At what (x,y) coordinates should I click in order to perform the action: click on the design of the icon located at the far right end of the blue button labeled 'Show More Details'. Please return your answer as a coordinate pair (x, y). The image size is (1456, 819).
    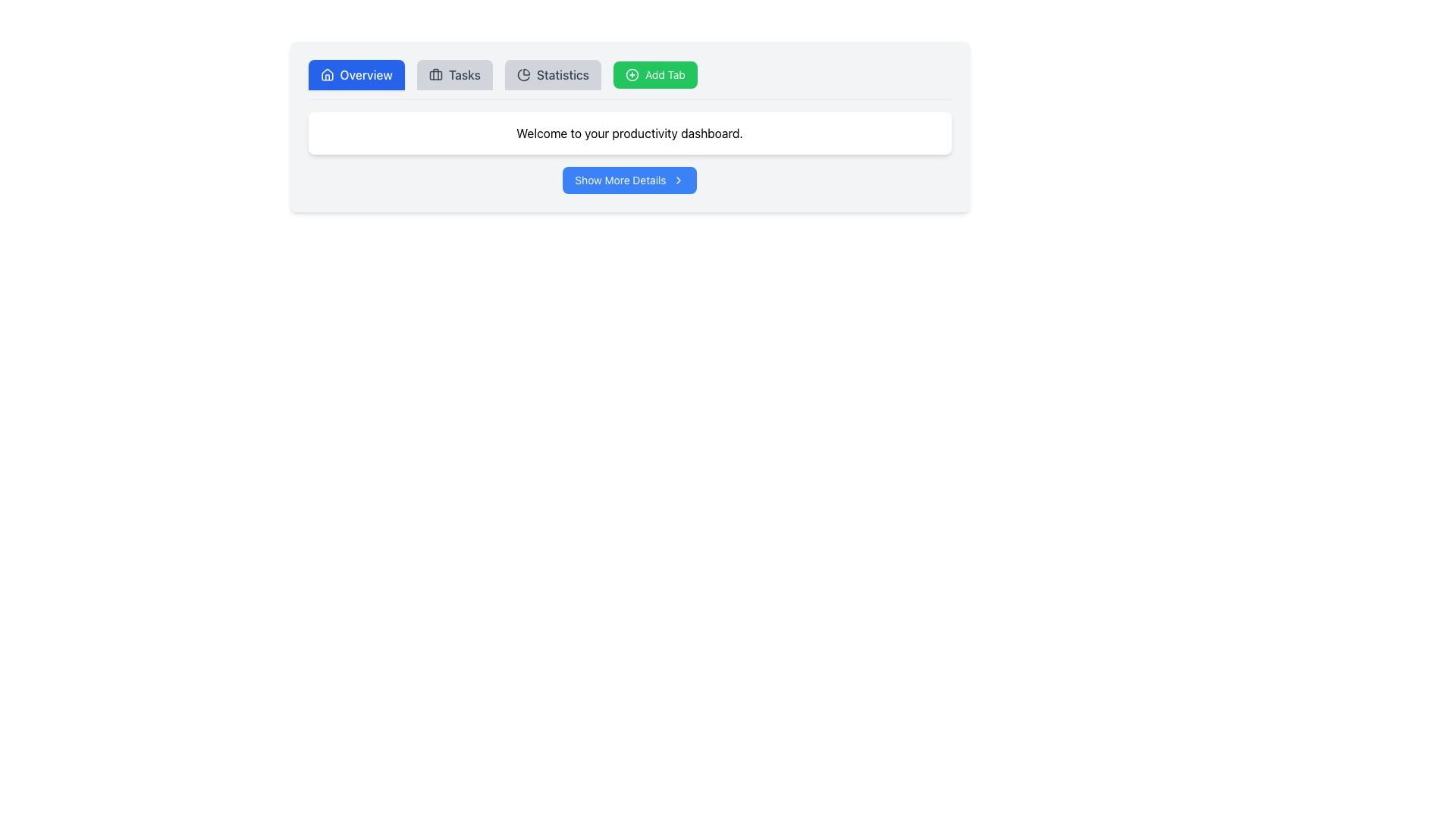
    Looking at the image, I should click on (677, 180).